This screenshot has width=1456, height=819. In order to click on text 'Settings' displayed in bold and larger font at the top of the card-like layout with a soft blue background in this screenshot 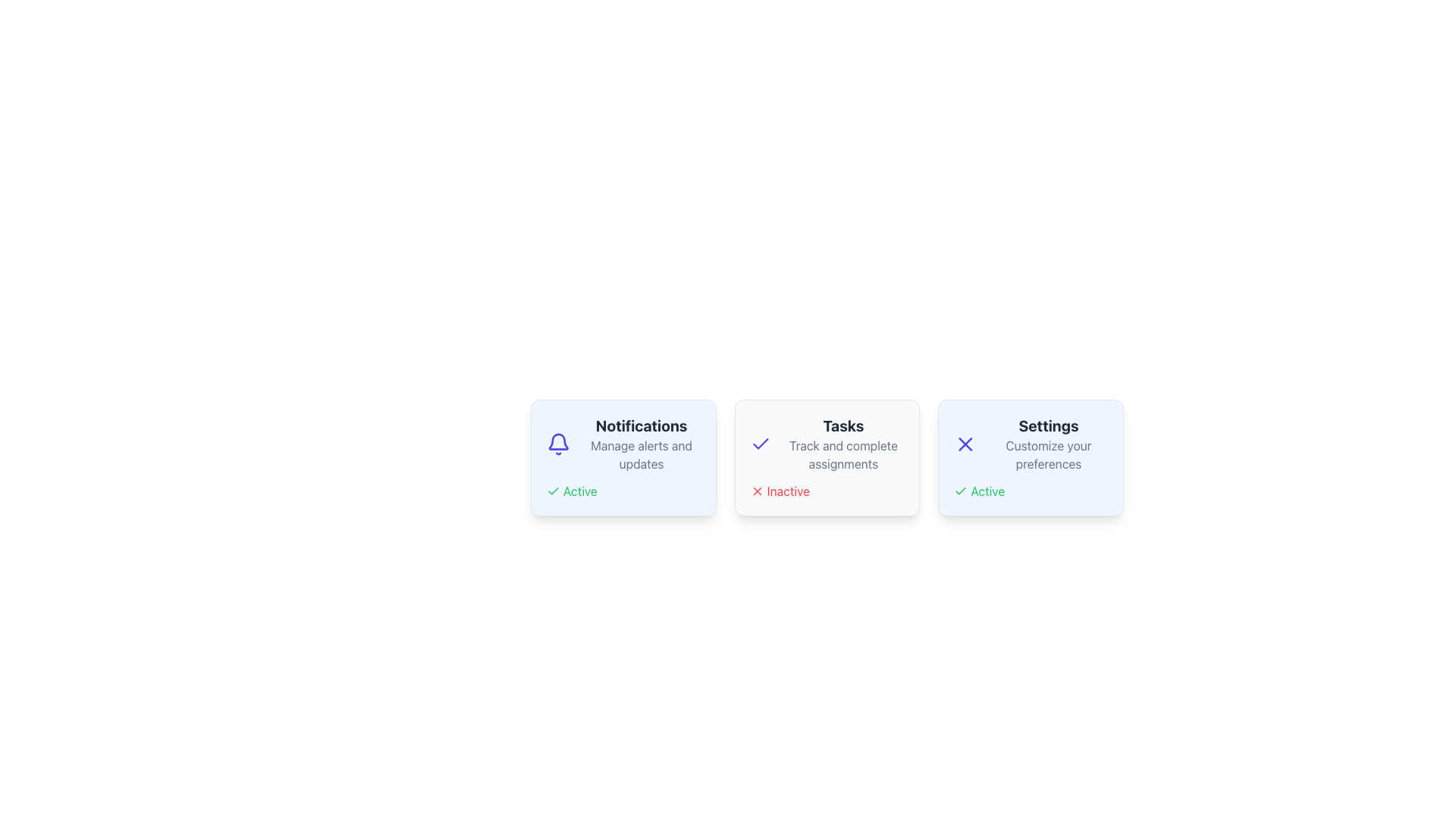, I will do `click(1047, 426)`.